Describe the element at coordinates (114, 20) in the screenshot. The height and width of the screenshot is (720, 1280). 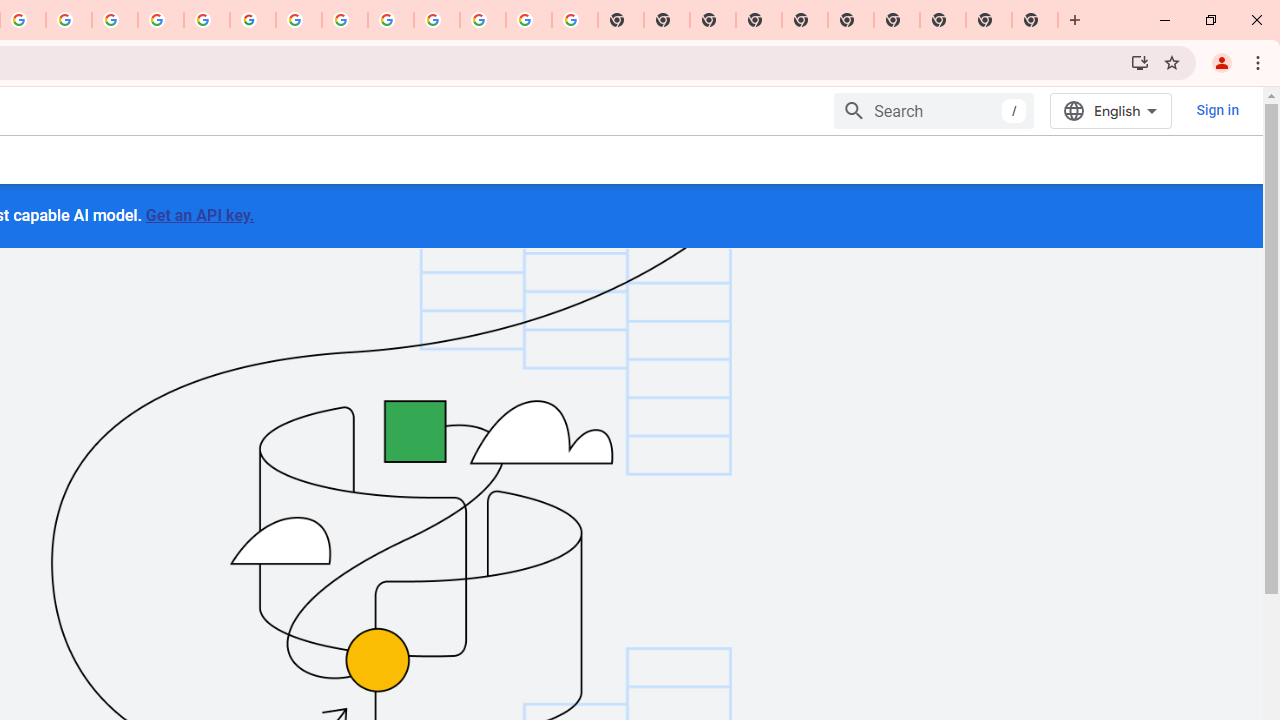
I see `'Privacy Help Center - Policies Help'` at that location.